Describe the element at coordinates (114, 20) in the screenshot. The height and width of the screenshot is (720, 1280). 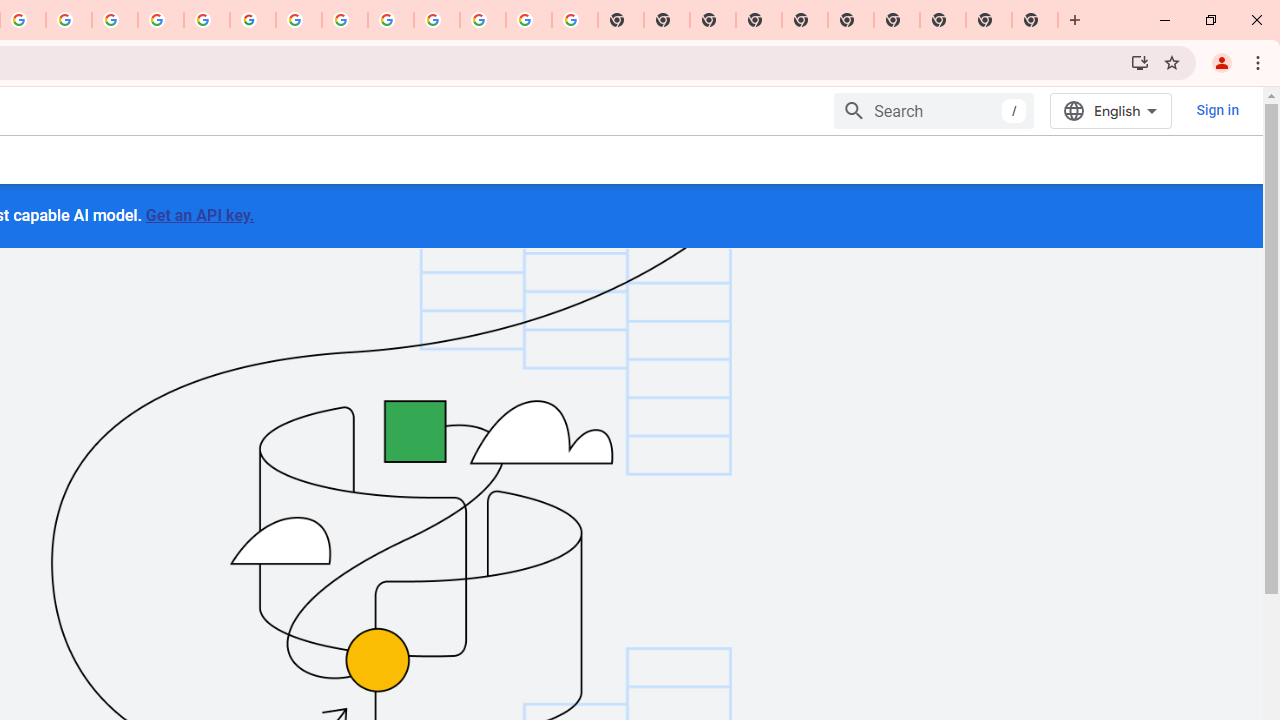
I see `'Privacy Help Center - Policies Help'` at that location.